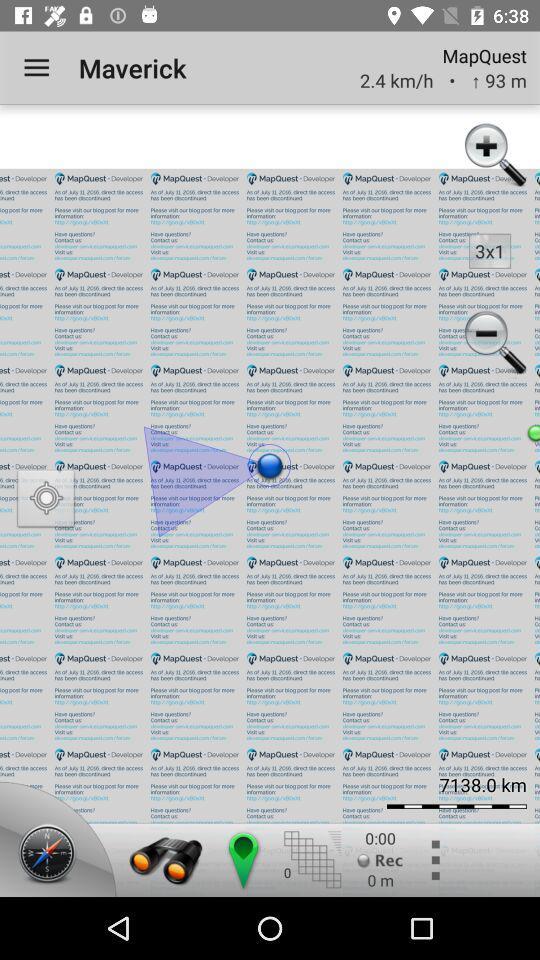  Describe the element at coordinates (36, 68) in the screenshot. I see `the item to the left of the maverick item` at that location.